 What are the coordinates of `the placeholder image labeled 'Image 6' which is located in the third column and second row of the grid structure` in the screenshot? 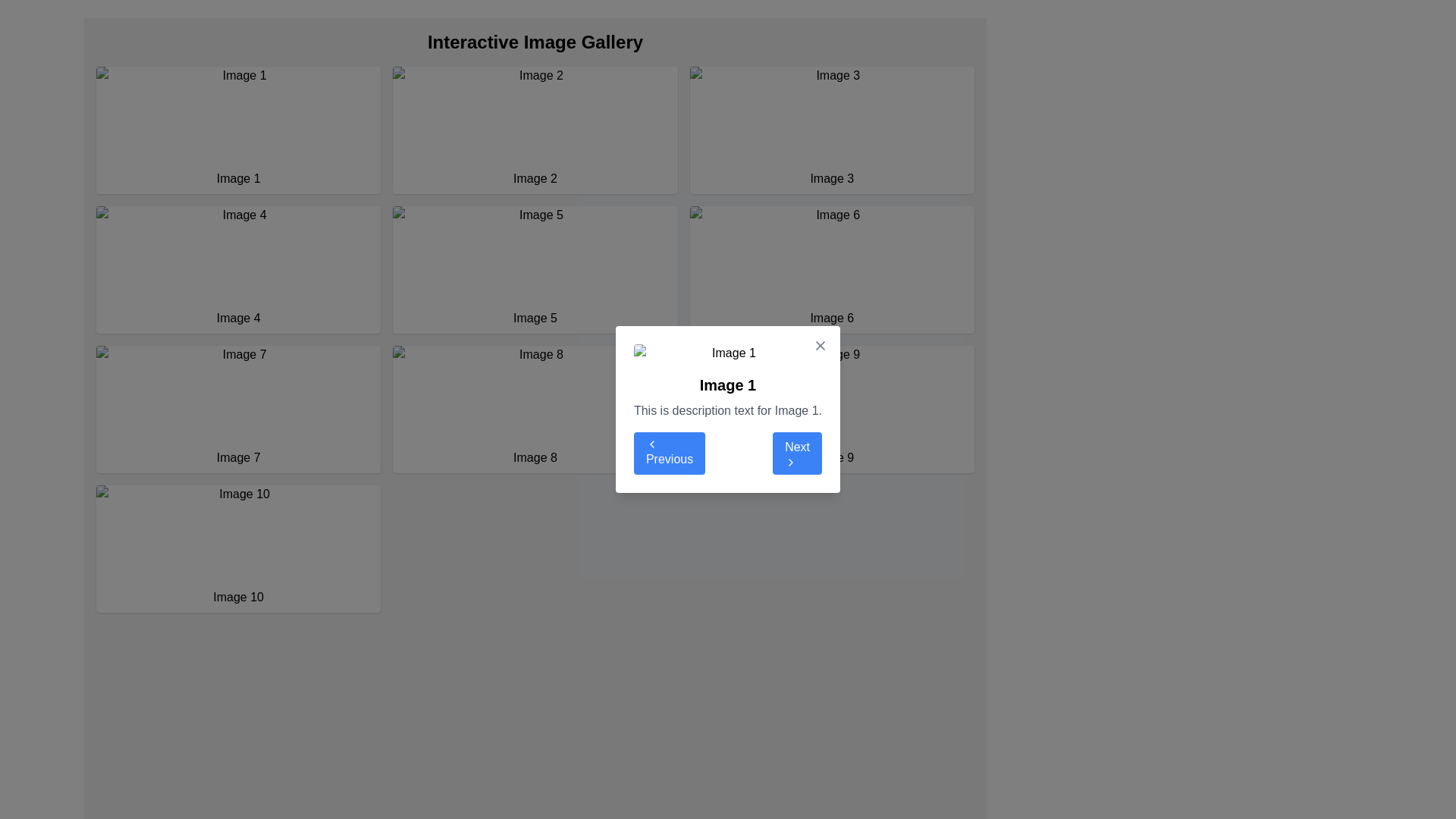 It's located at (831, 253).